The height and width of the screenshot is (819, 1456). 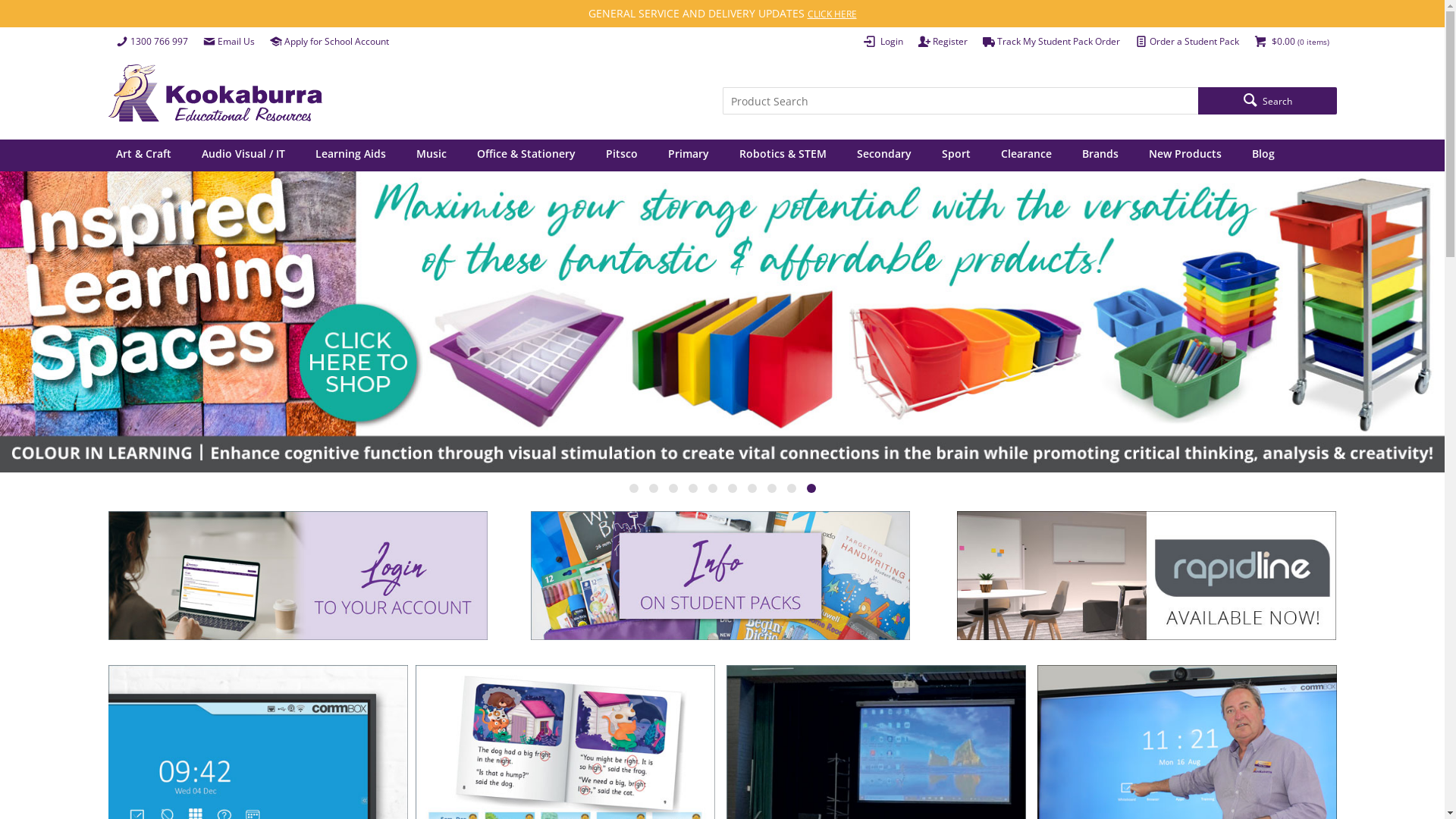 What do you see at coordinates (1263, 155) in the screenshot?
I see `'Blog'` at bounding box center [1263, 155].